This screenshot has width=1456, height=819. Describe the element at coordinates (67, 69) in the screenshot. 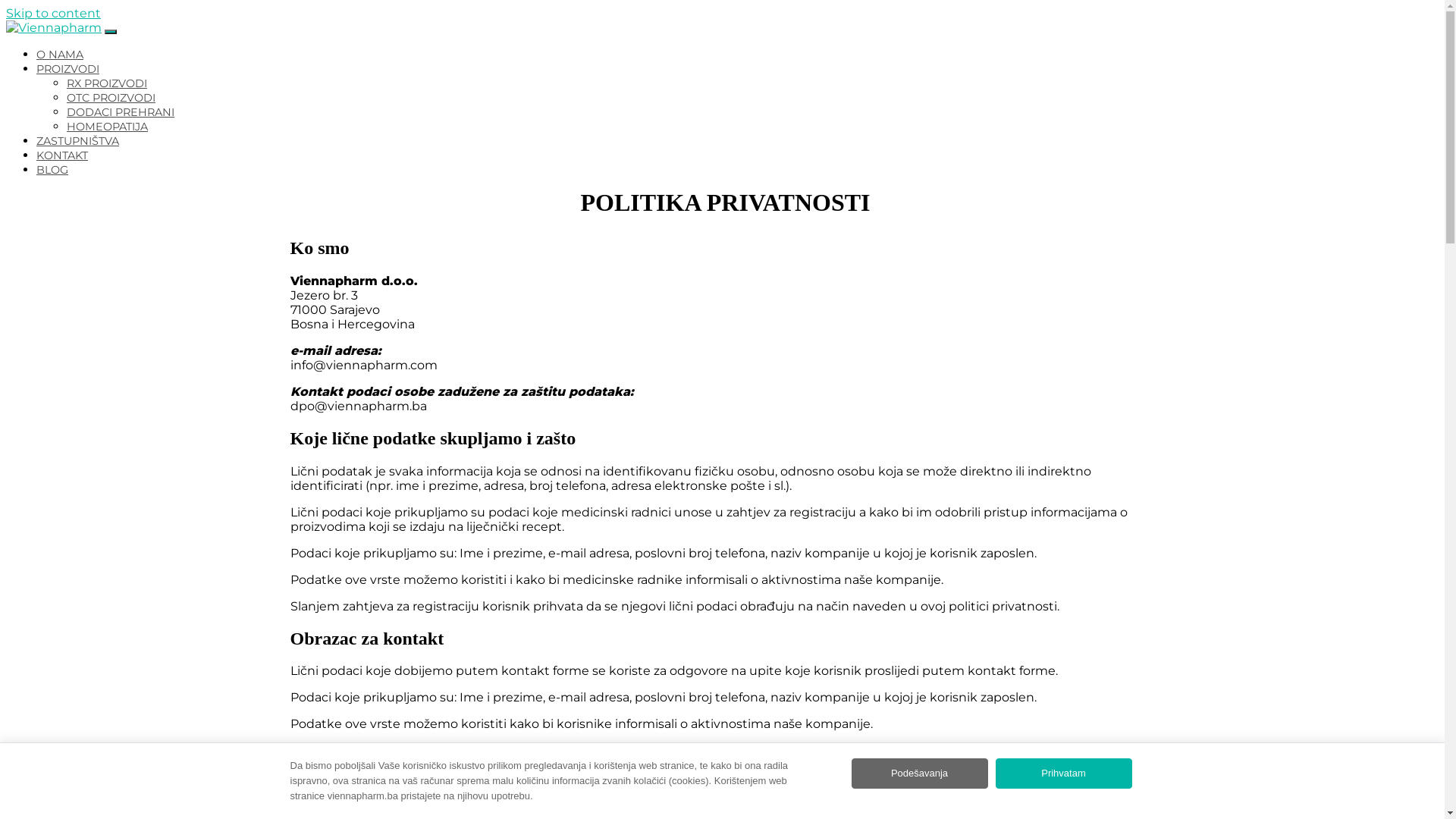

I see `'PROIZVODI'` at that location.